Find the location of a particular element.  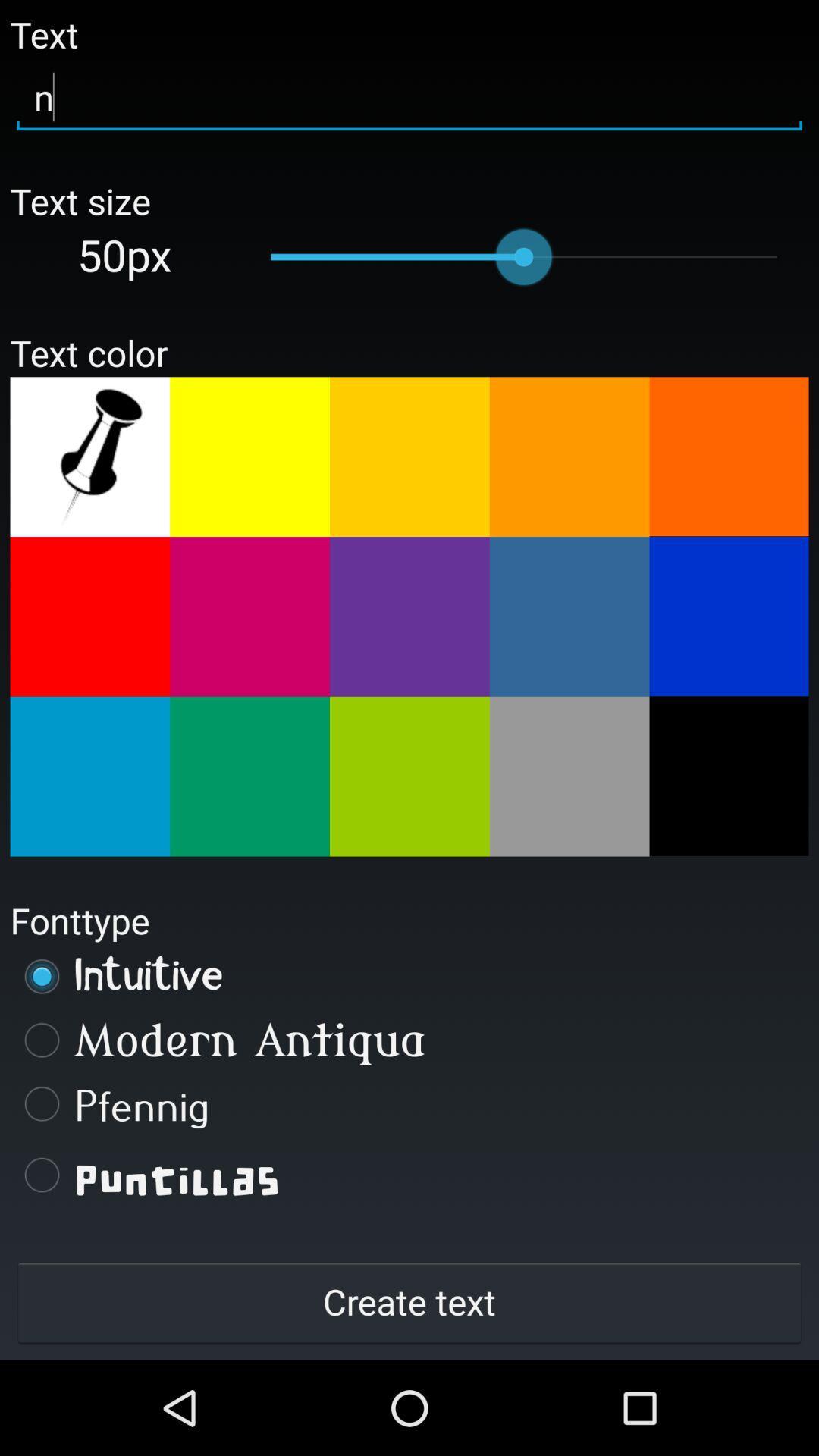

color is located at coordinates (249, 617).